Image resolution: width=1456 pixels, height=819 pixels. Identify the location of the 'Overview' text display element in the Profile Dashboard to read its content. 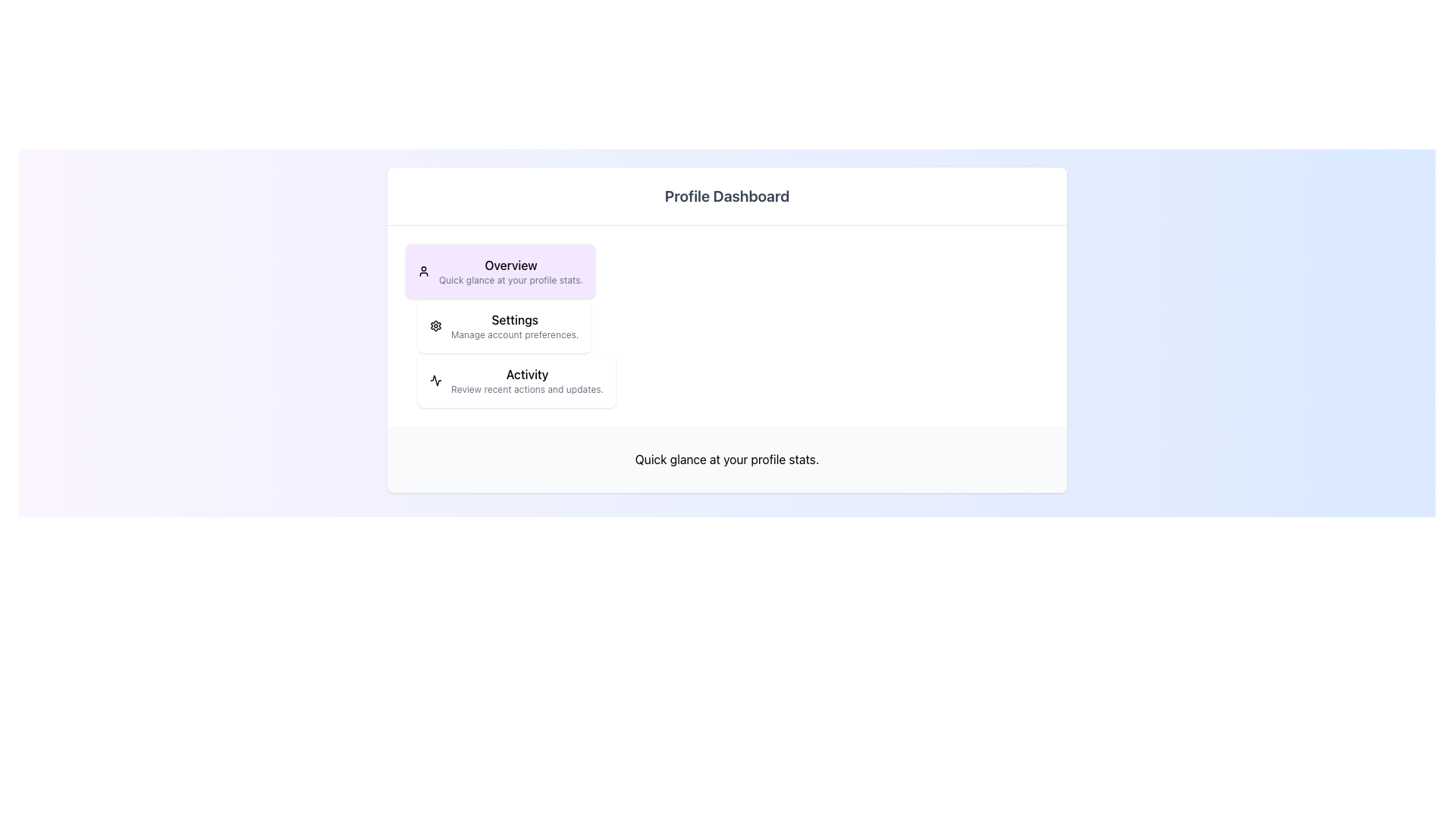
(511, 271).